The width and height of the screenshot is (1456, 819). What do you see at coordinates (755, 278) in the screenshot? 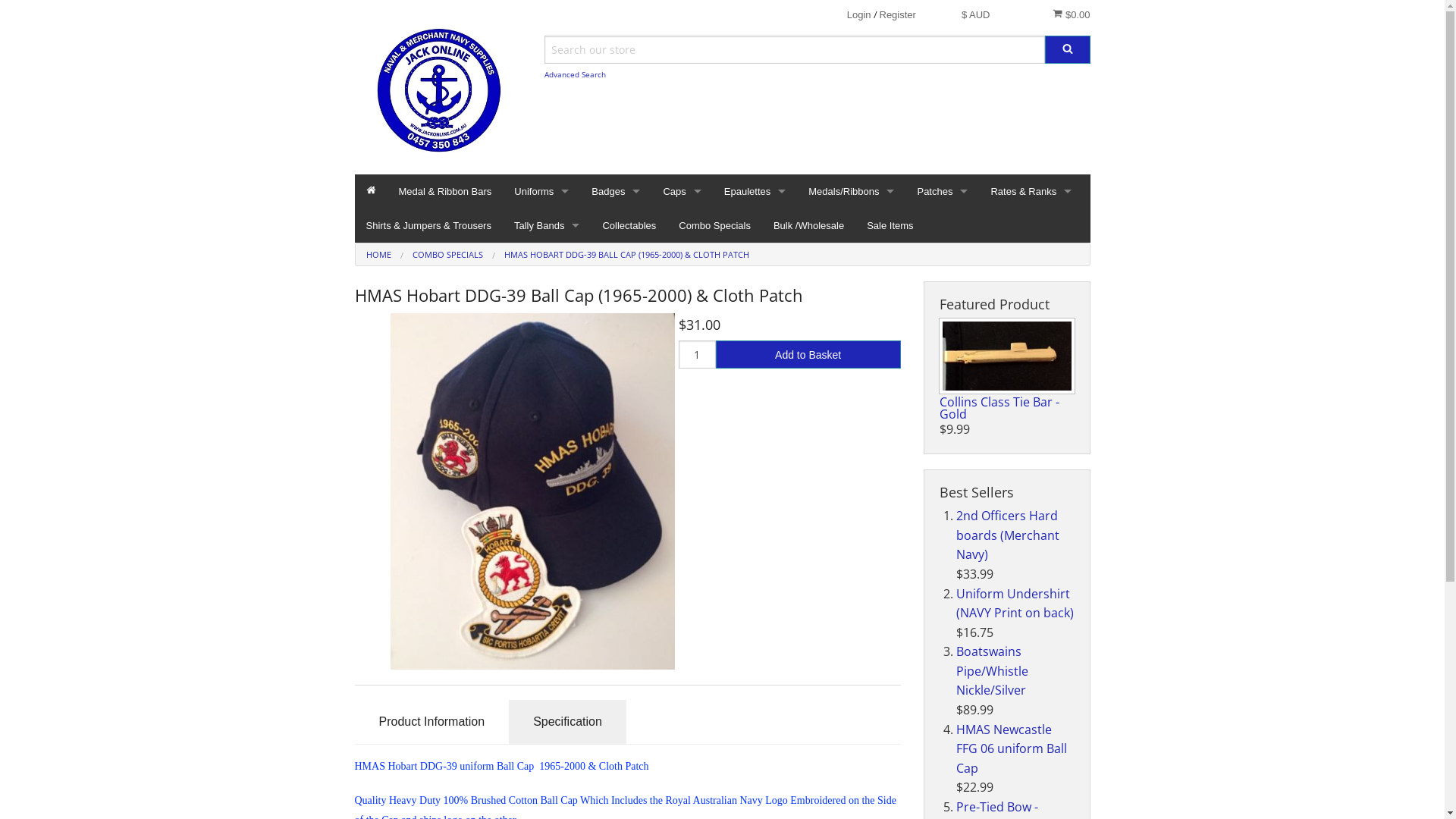
I see `'Merchant Navy'` at bounding box center [755, 278].